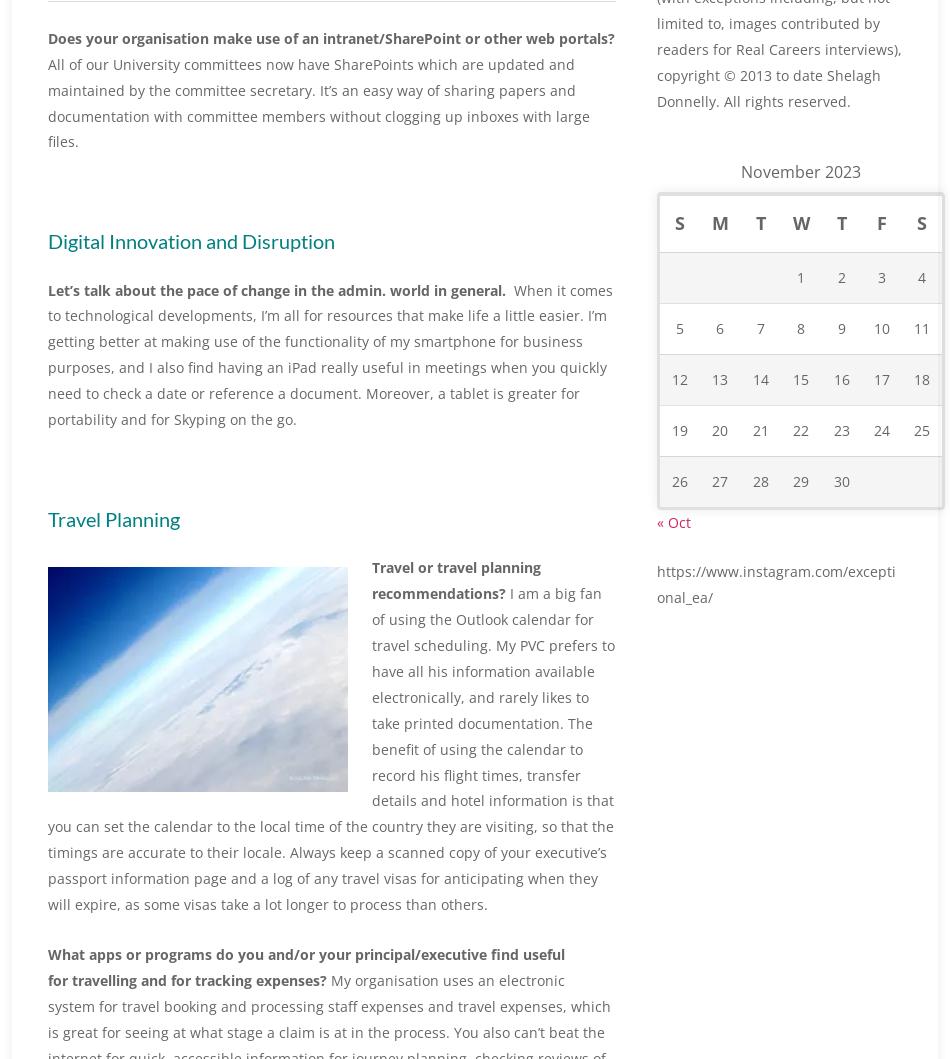 The image size is (950, 1059). Describe the element at coordinates (678, 422) in the screenshot. I see `'12'` at that location.